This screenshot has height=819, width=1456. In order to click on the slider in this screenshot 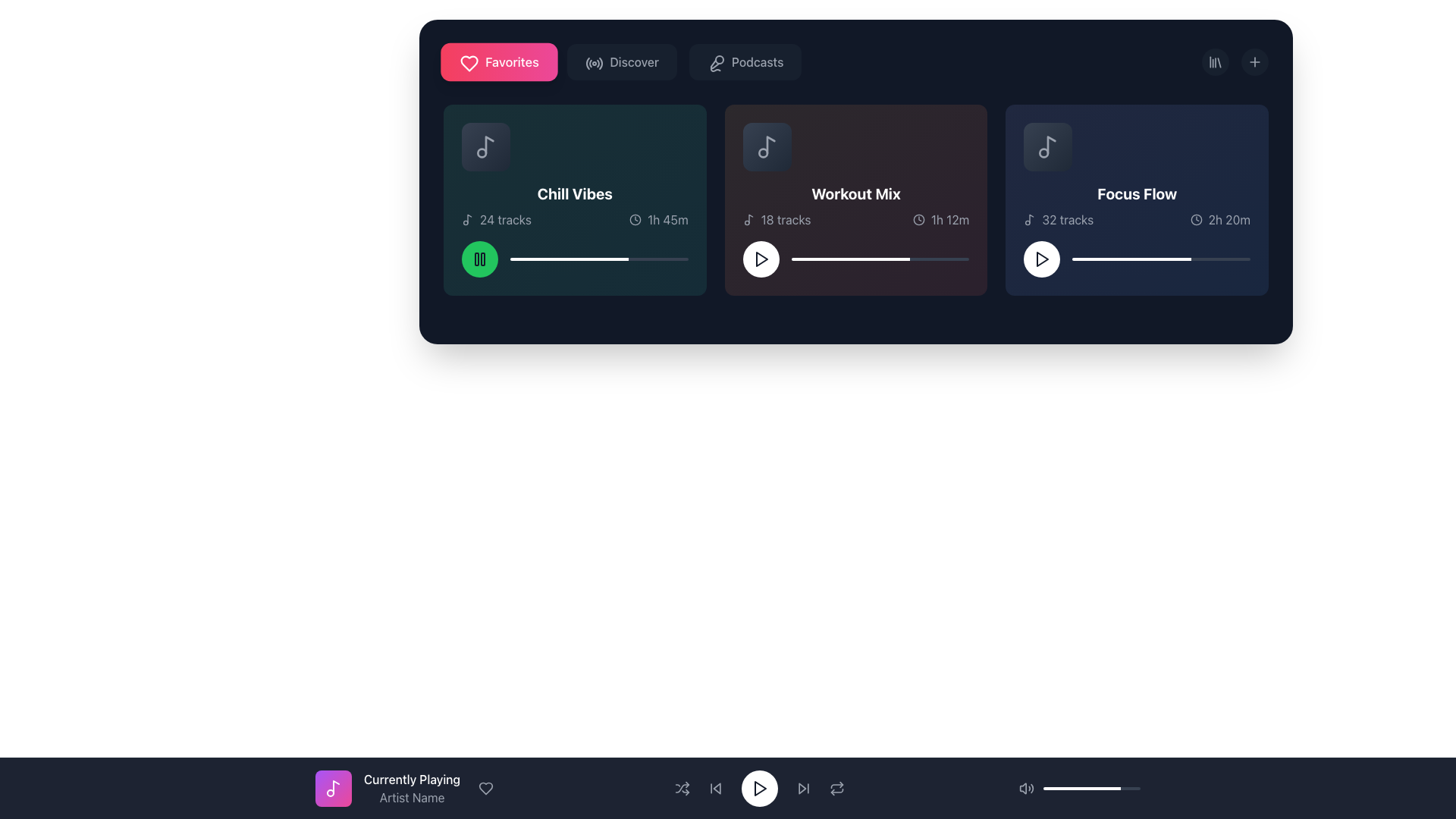, I will do `click(915, 259)`.